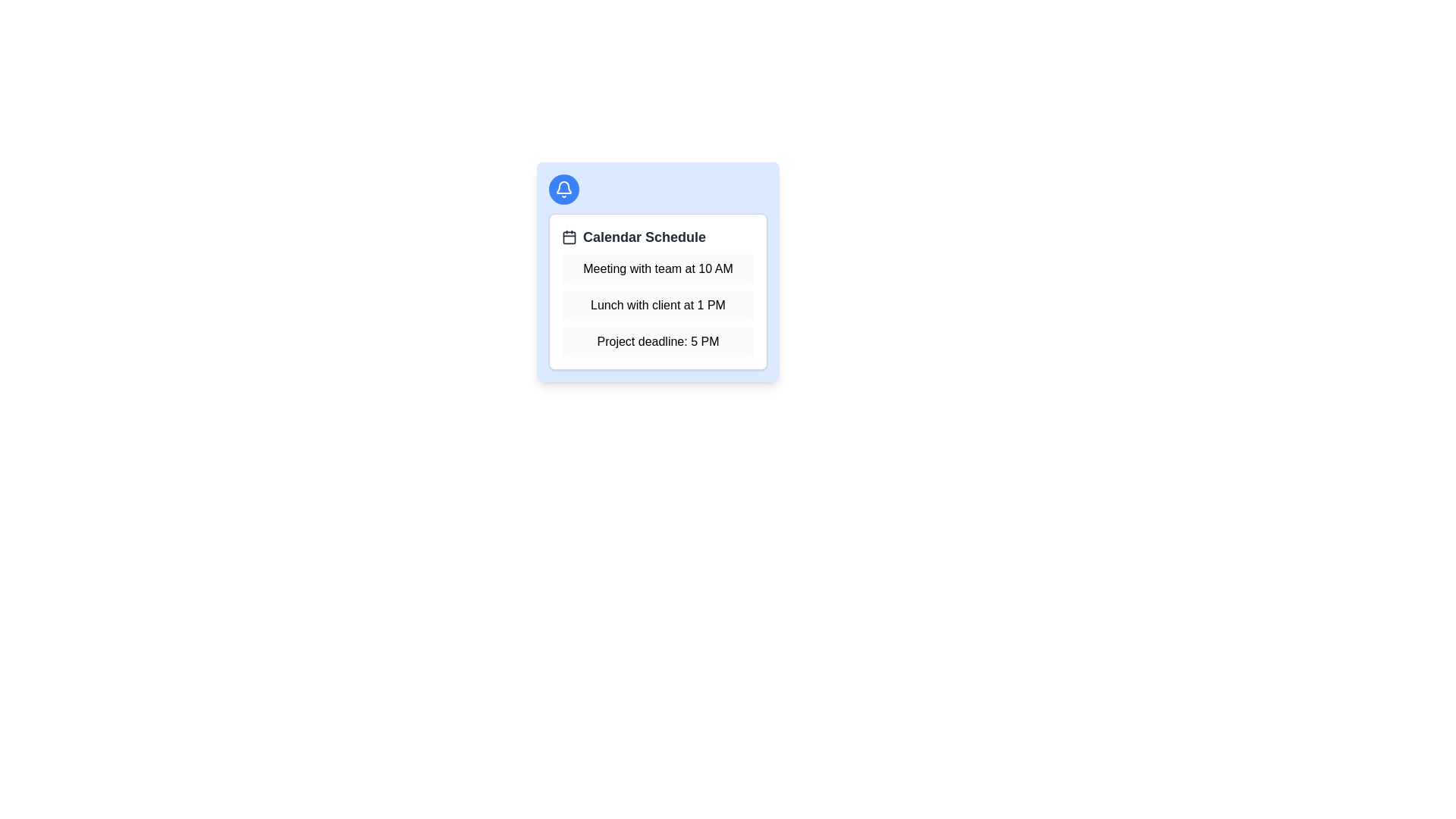 This screenshot has height=819, width=1456. What do you see at coordinates (658, 268) in the screenshot?
I see `the information displayed in the event reminder for the meeting scheduled at 10 AM, which is located in the first position of the stacked items under 'Calendar Schedule'` at bounding box center [658, 268].